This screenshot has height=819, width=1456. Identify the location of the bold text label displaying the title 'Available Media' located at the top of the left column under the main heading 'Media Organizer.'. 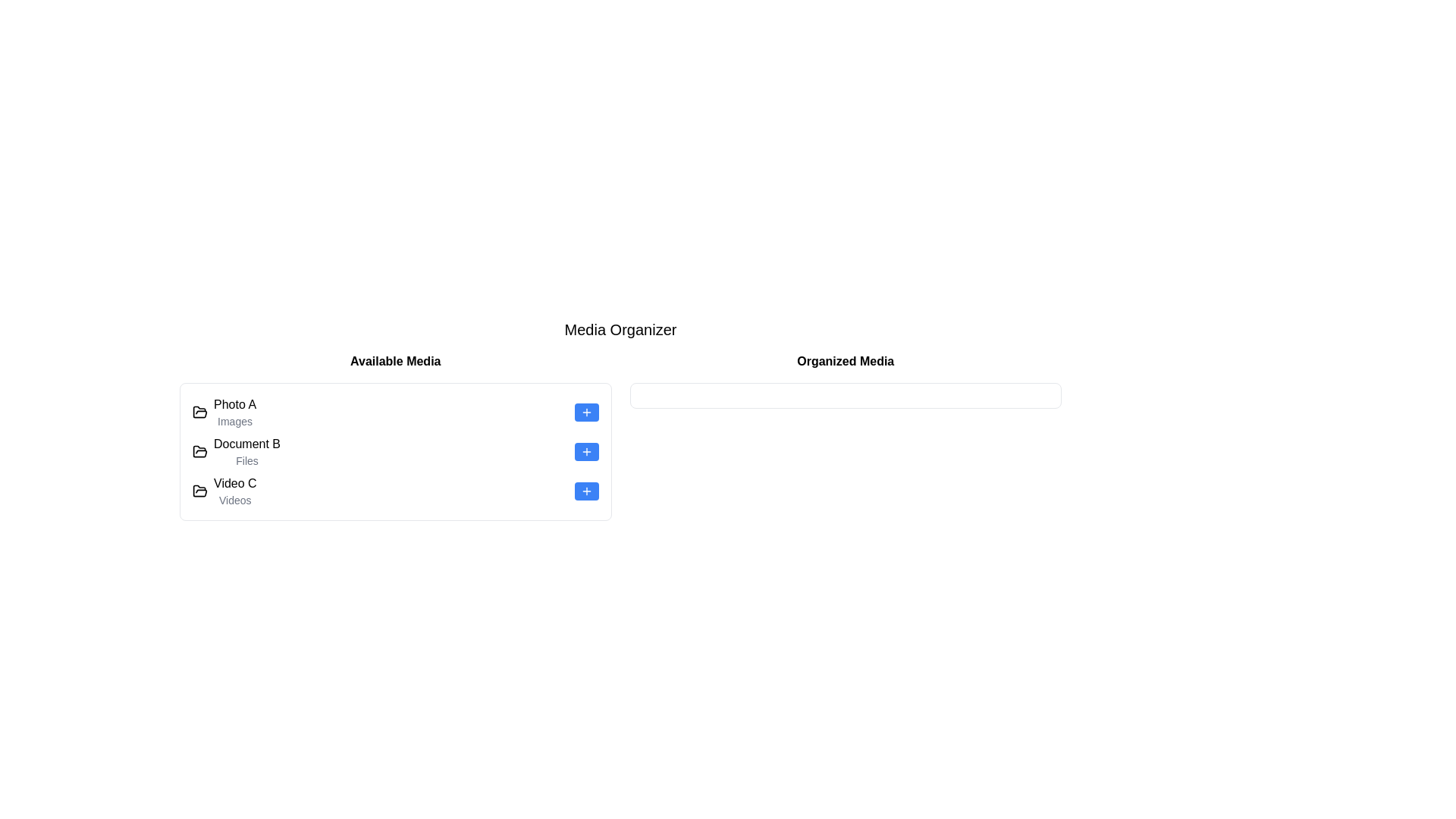
(395, 362).